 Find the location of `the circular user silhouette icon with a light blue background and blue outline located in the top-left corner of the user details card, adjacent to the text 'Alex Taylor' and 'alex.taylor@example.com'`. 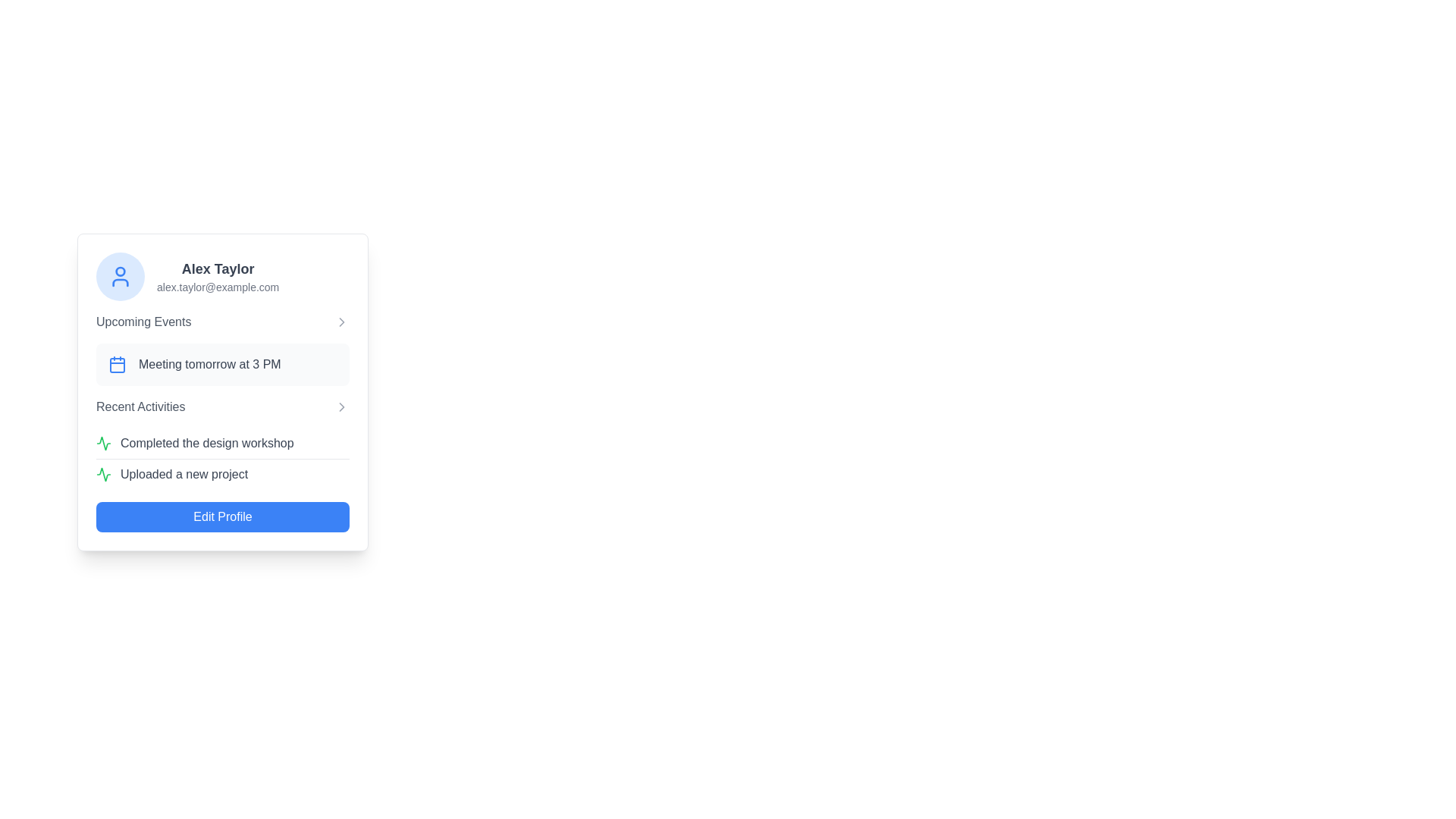

the circular user silhouette icon with a light blue background and blue outline located in the top-left corner of the user details card, adjacent to the text 'Alex Taylor' and 'alex.taylor@example.com' is located at coordinates (119, 277).